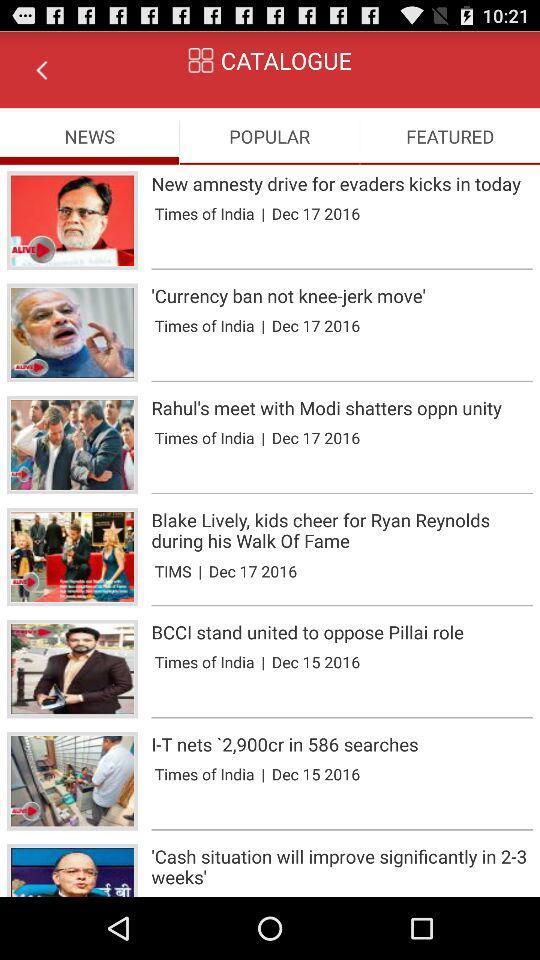  What do you see at coordinates (341, 829) in the screenshot?
I see `item below times of india app` at bounding box center [341, 829].